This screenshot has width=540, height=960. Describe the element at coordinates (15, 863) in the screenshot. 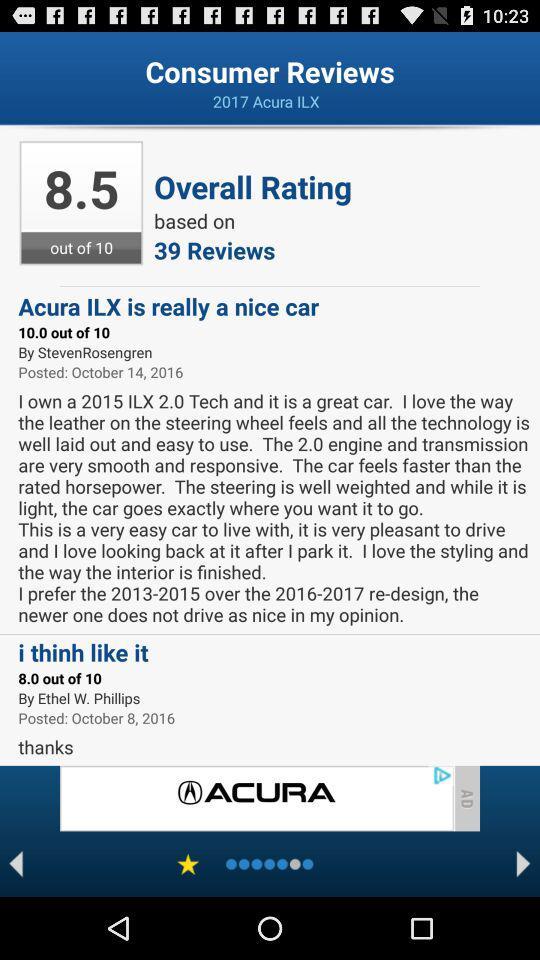

I see `previous page` at that location.